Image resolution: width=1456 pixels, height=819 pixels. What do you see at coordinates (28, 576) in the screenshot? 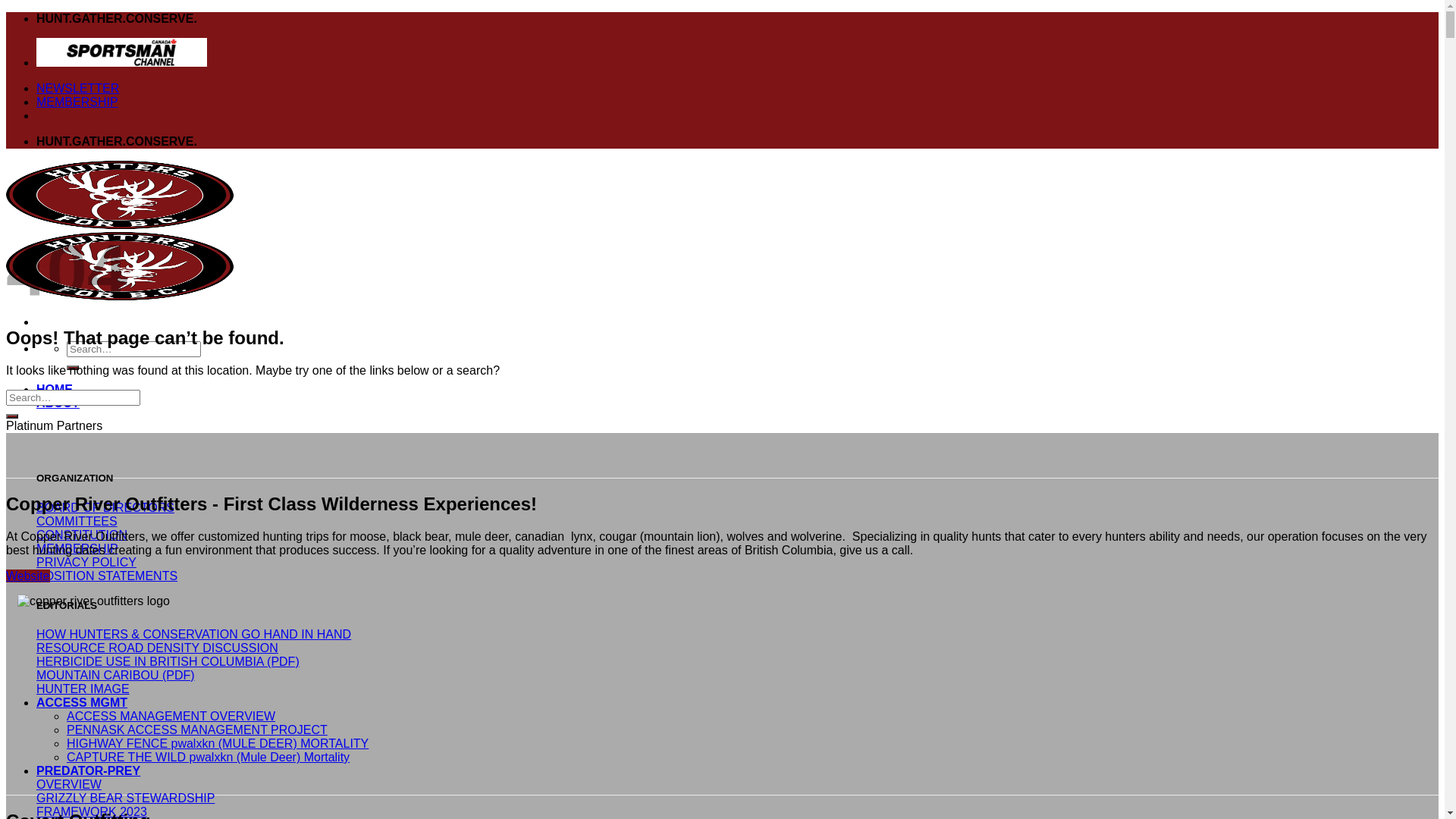
I see `'Website'` at bounding box center [28, 576].